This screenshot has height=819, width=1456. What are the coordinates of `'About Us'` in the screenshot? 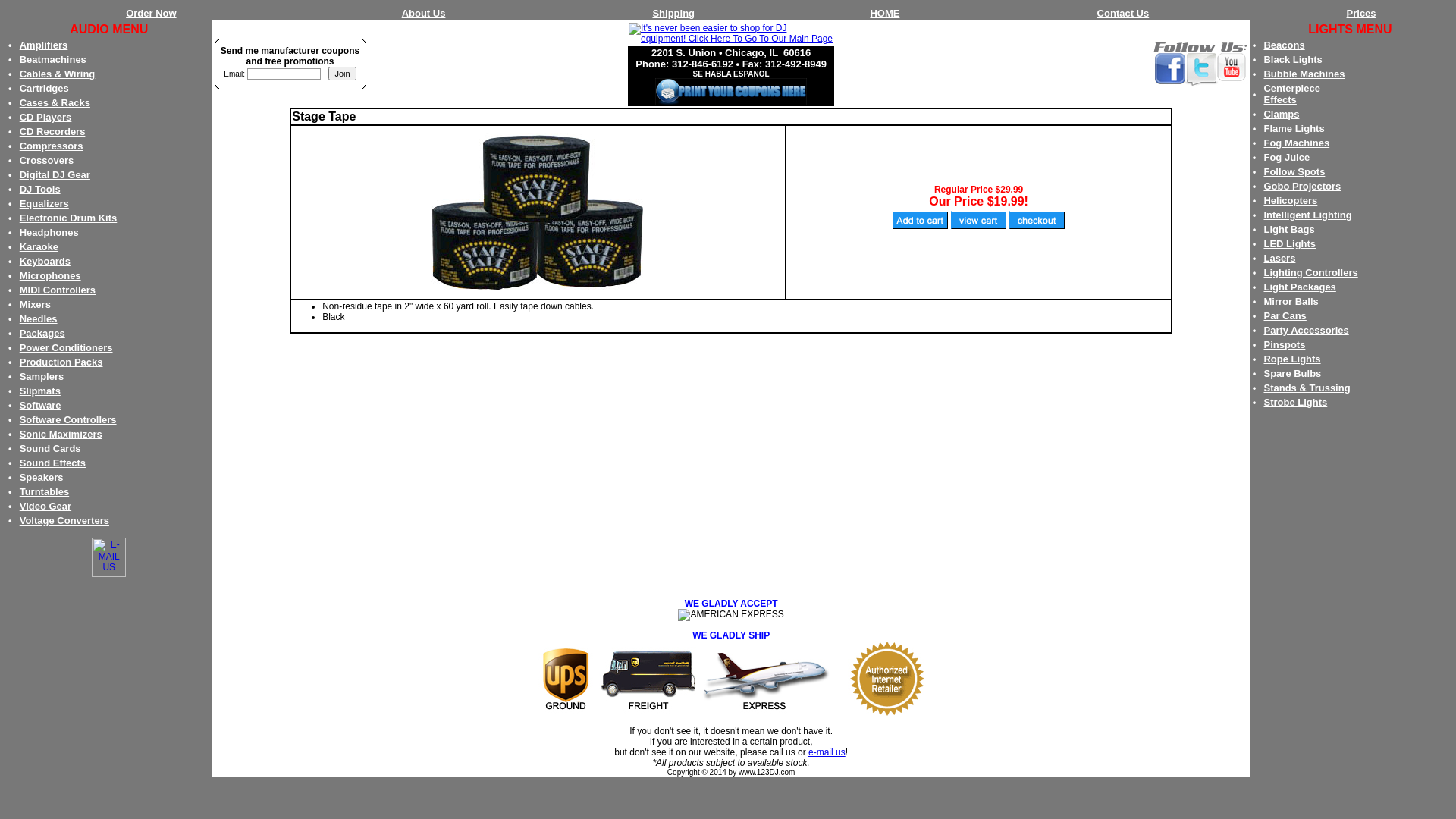 It's located at (423, 13).